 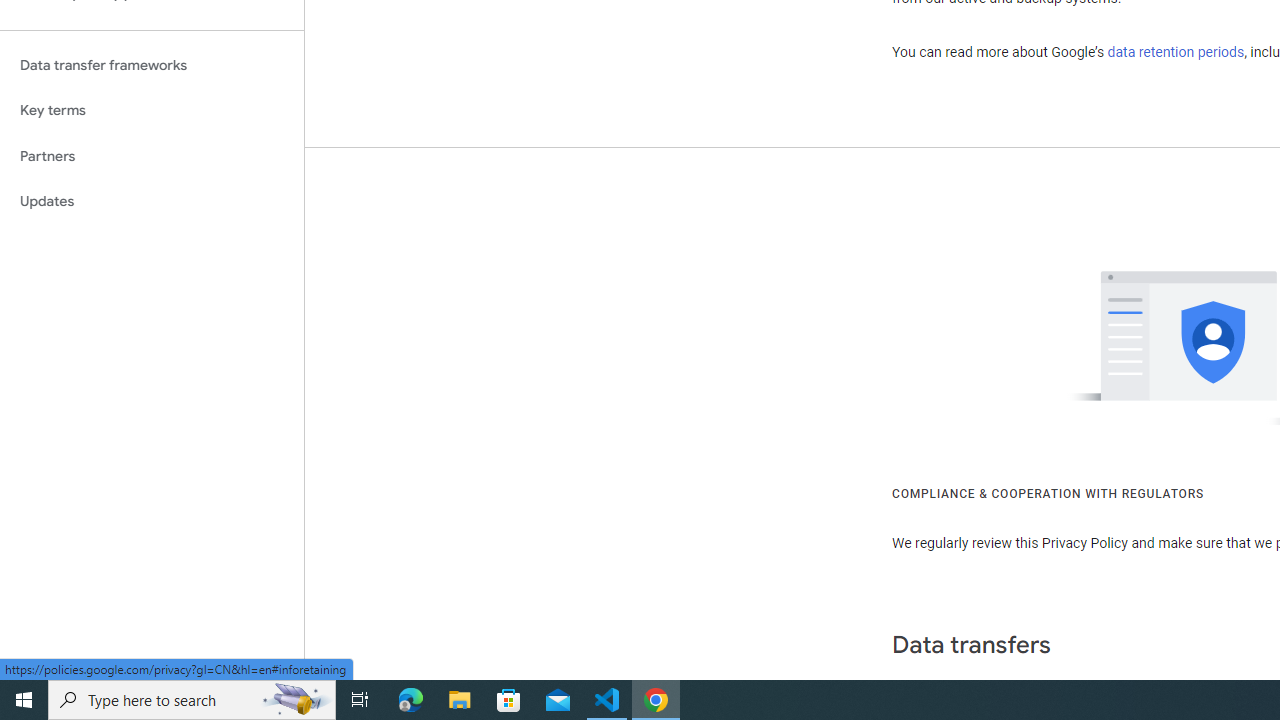 I want to click on 'Key terms', so click(x=151, y=110).